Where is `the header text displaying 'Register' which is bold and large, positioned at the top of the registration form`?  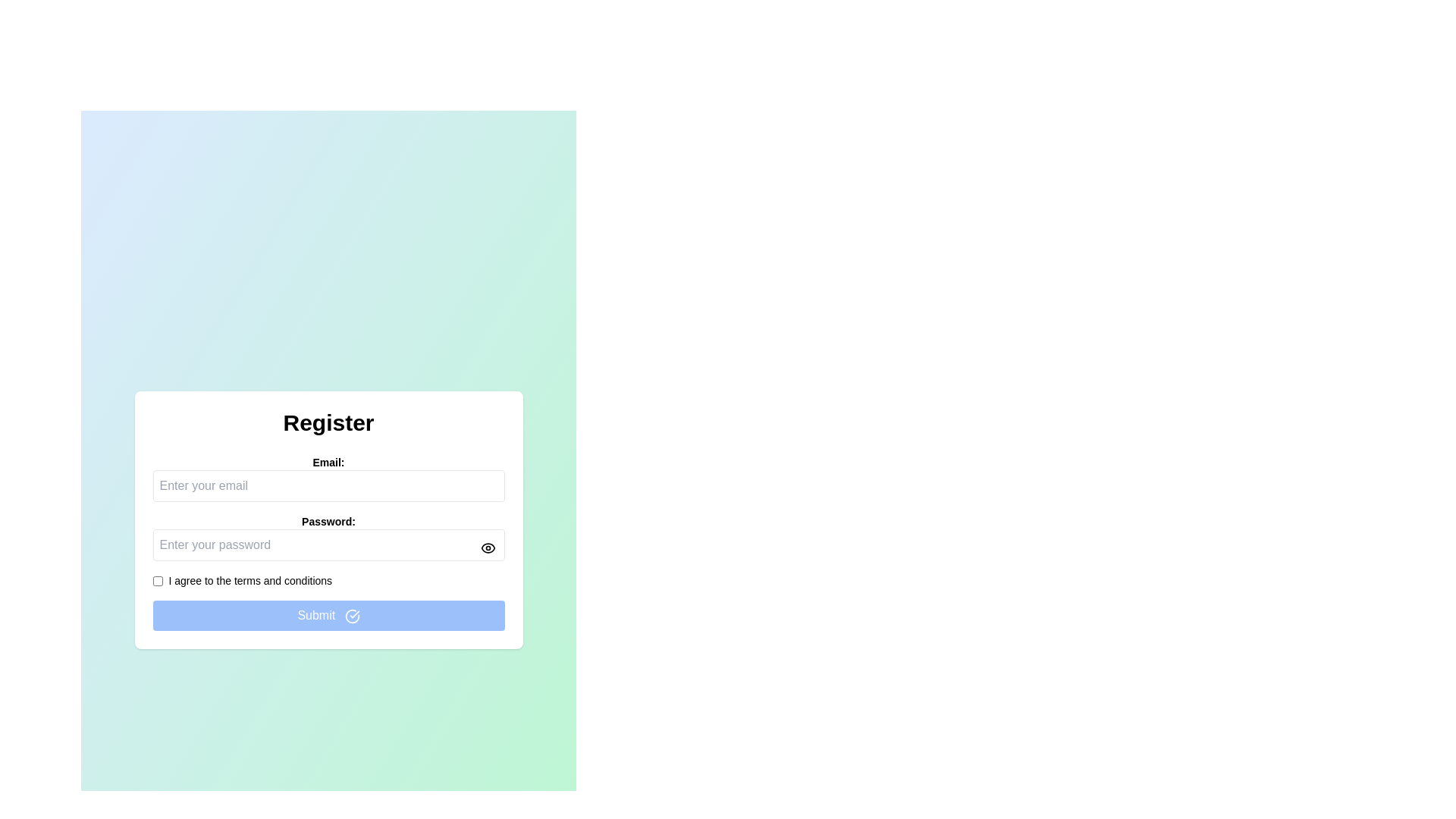 the header text displaying 'Register' which is bold and large, positioned at the top of the registration form is located at coordinates (328, 423).